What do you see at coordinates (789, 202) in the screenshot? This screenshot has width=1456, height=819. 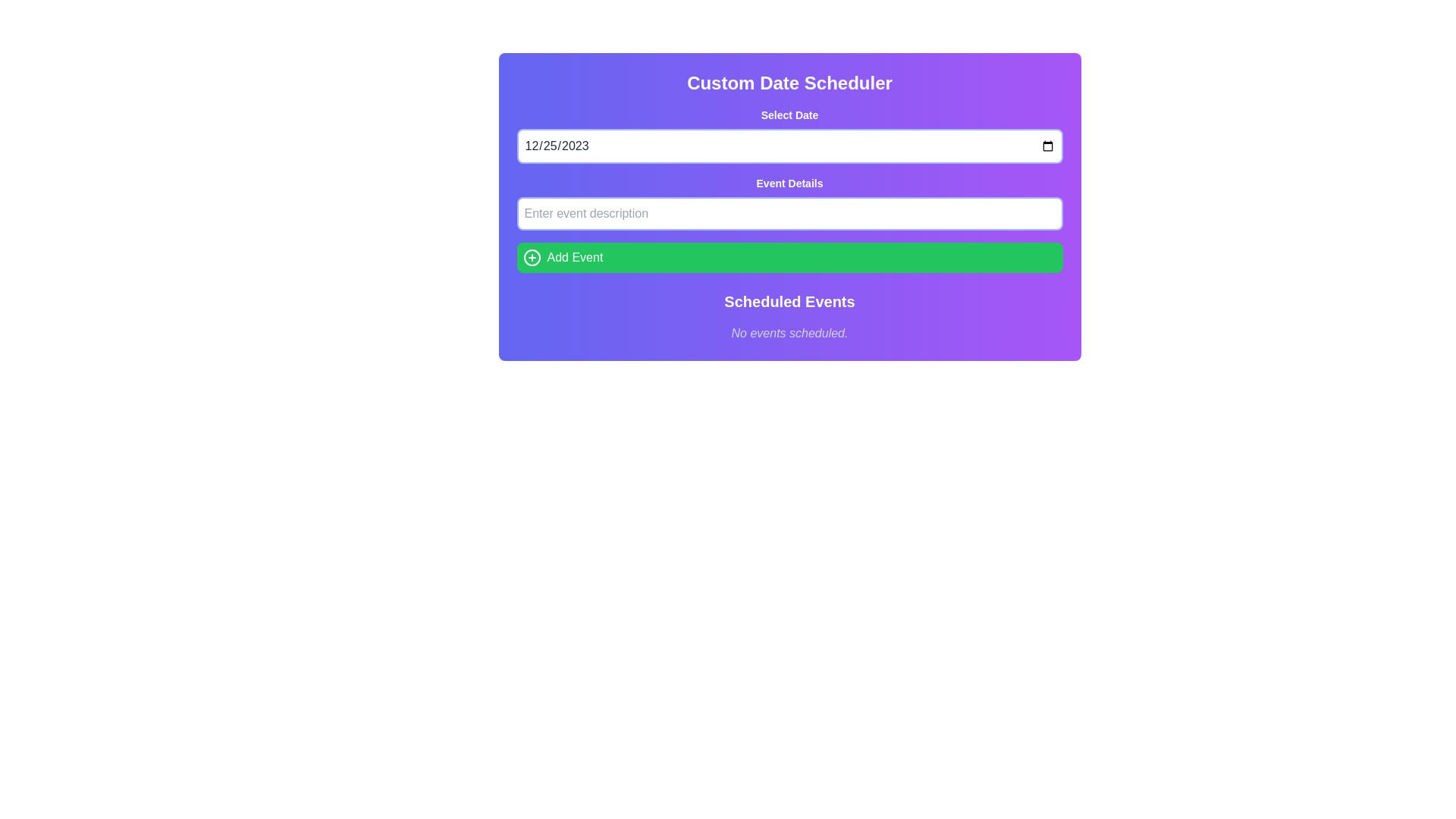 I see `the text input field for entering event details, which is located below the 'Select Date' input field and above the 'Add Event' button, to focus on it` at bounding box center [789, 202].